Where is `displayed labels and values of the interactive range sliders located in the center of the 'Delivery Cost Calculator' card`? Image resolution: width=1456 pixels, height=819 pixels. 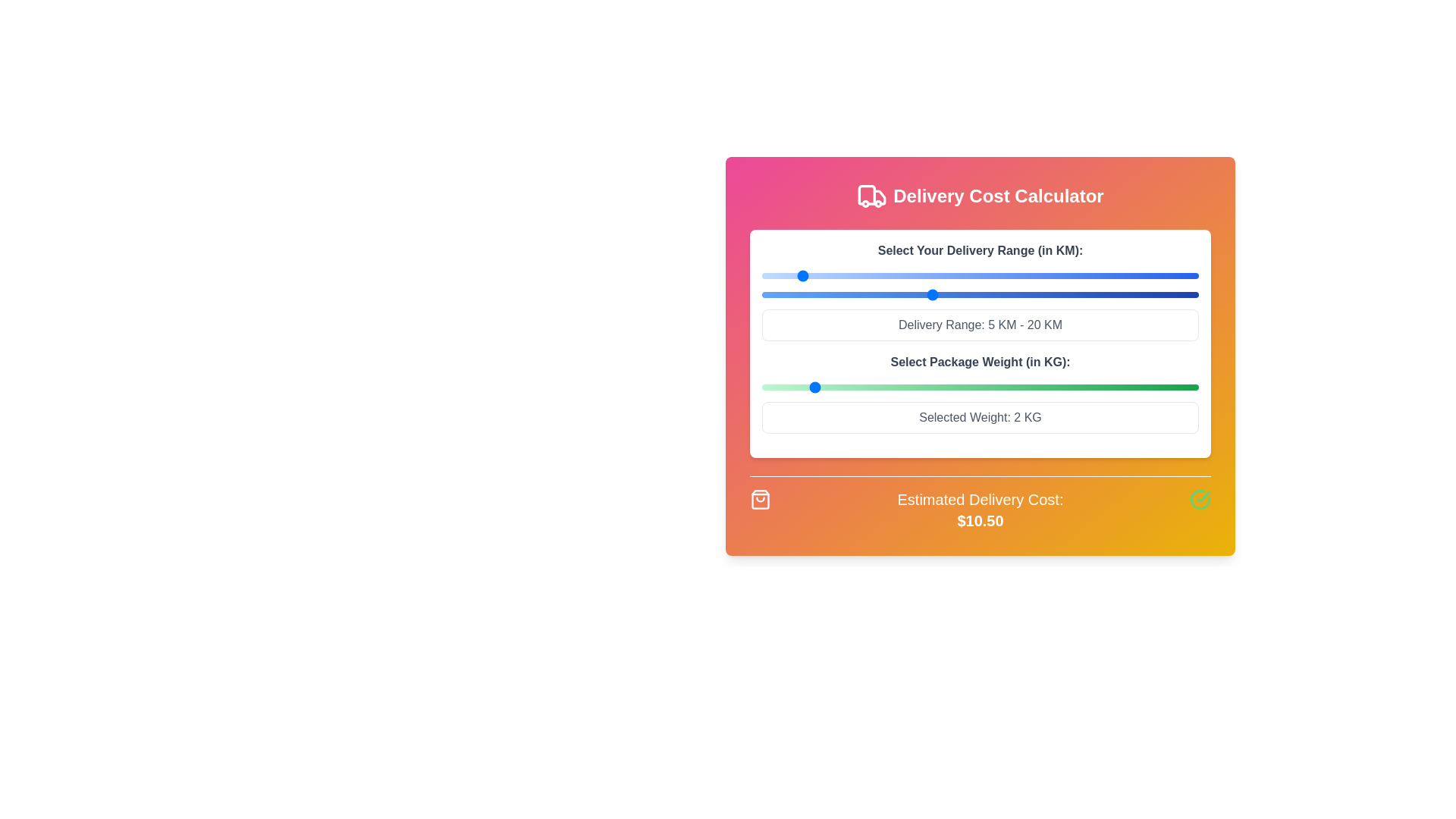 displayed labels and values of the interactive range sliders located in the center of the 'Delivery Cost Calculator' card is located at coordinates (980, 344).